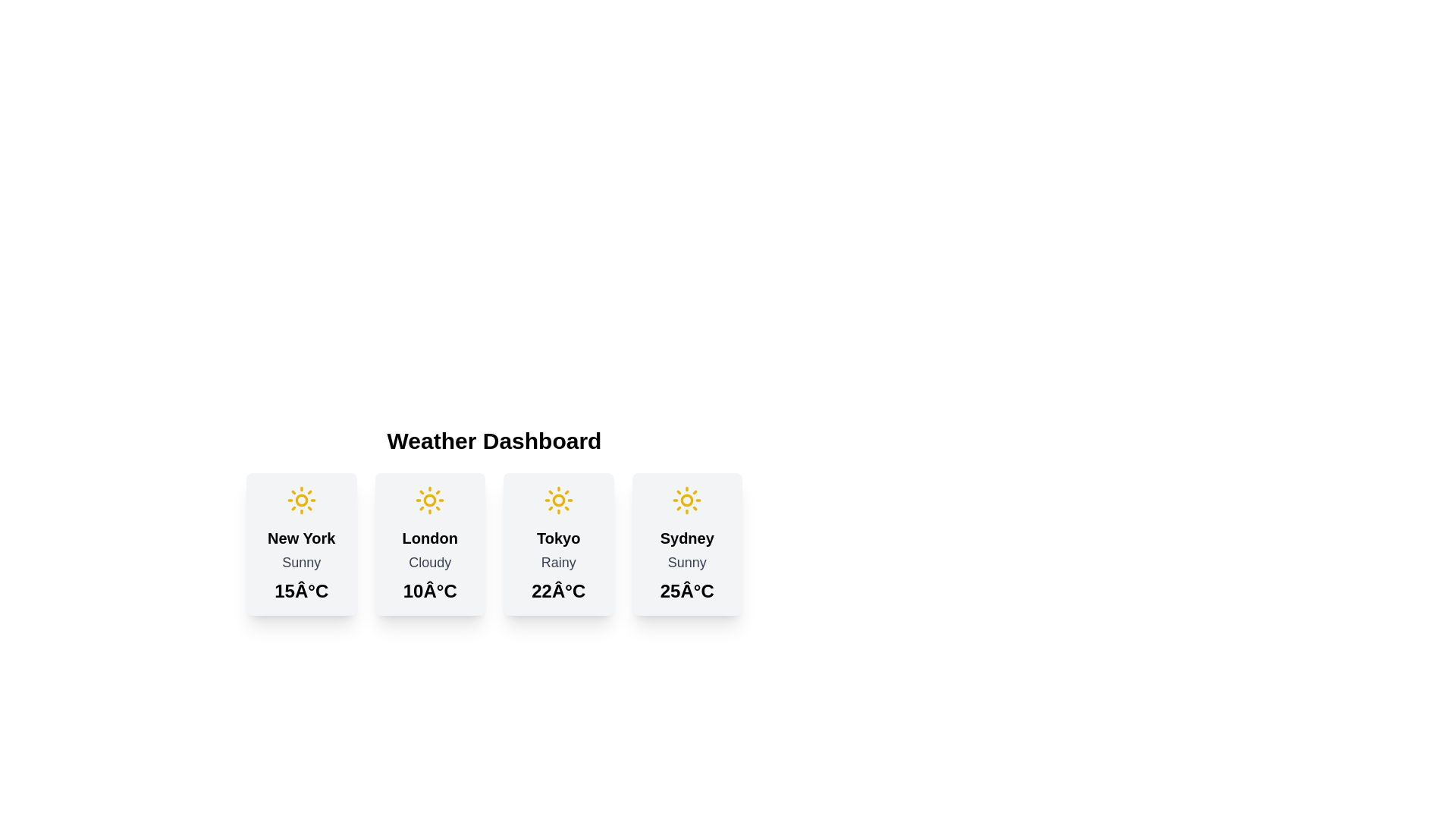 This screenshot has width=1456, height=819. I want to click on the prominently styled text label displaying 'Sydney' in black, located in the rightmost weather information card above the text 'Sunny', so click(686, 537).